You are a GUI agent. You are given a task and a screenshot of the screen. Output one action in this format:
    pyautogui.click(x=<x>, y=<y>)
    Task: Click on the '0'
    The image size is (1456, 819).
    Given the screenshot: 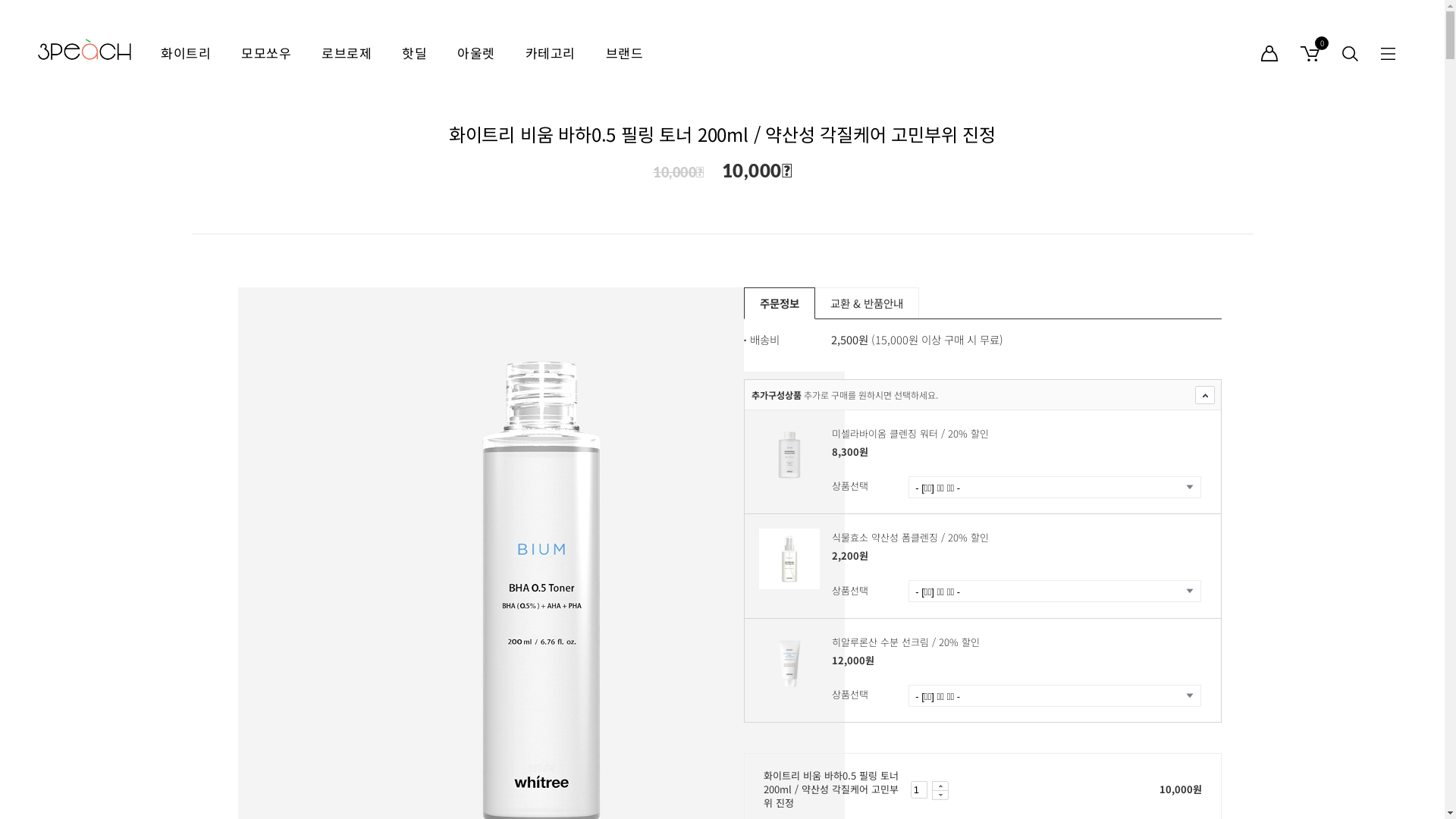 What is the action you would take?
    pyautogui.click(x=1310, y=52)
    